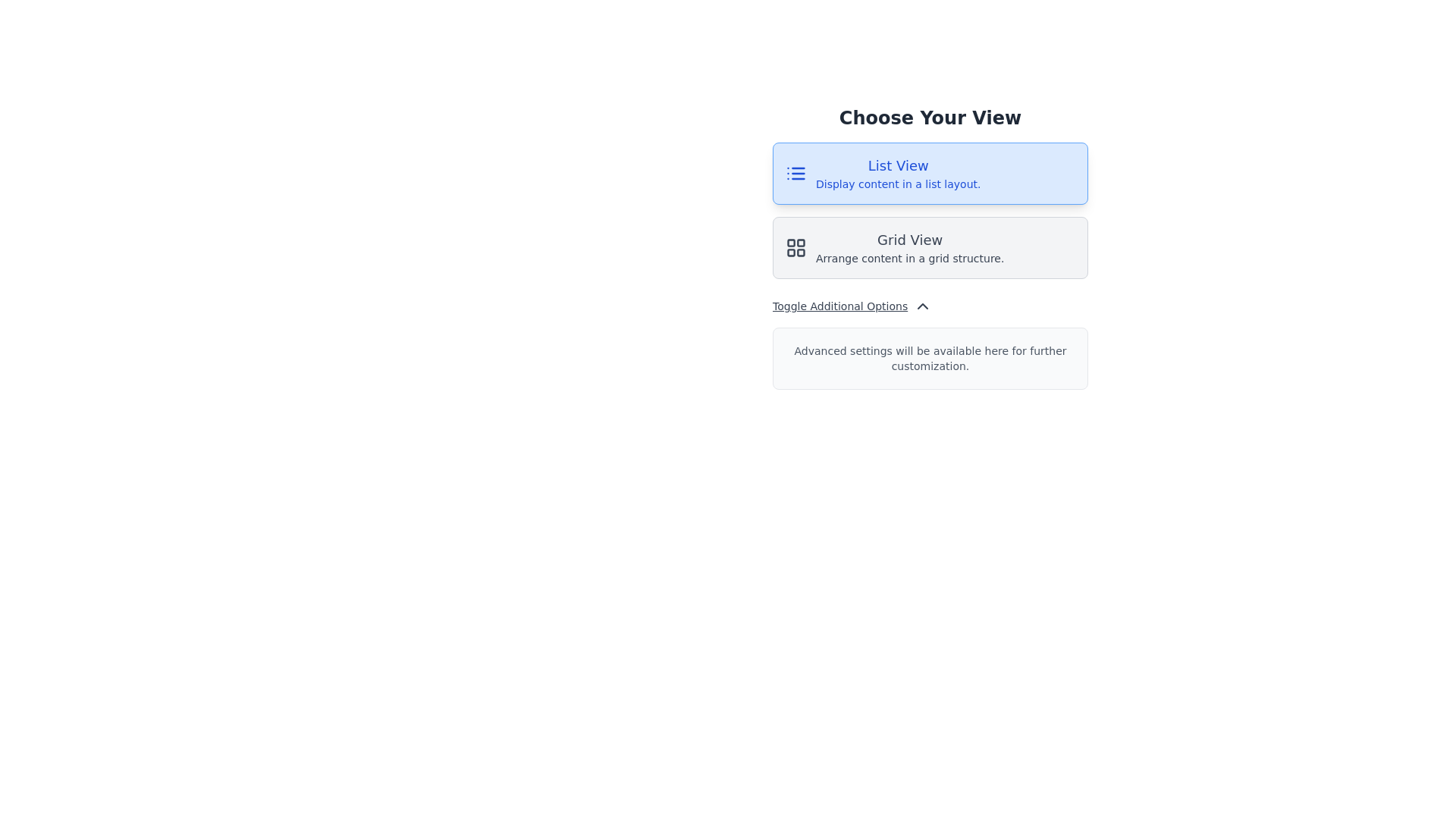 This screenshot has width=1456, height=819. I want to click on the Informational Text Box with a light gray background that contains the text 'Advanced settings will be available here for further customization.', so click(930, 359).